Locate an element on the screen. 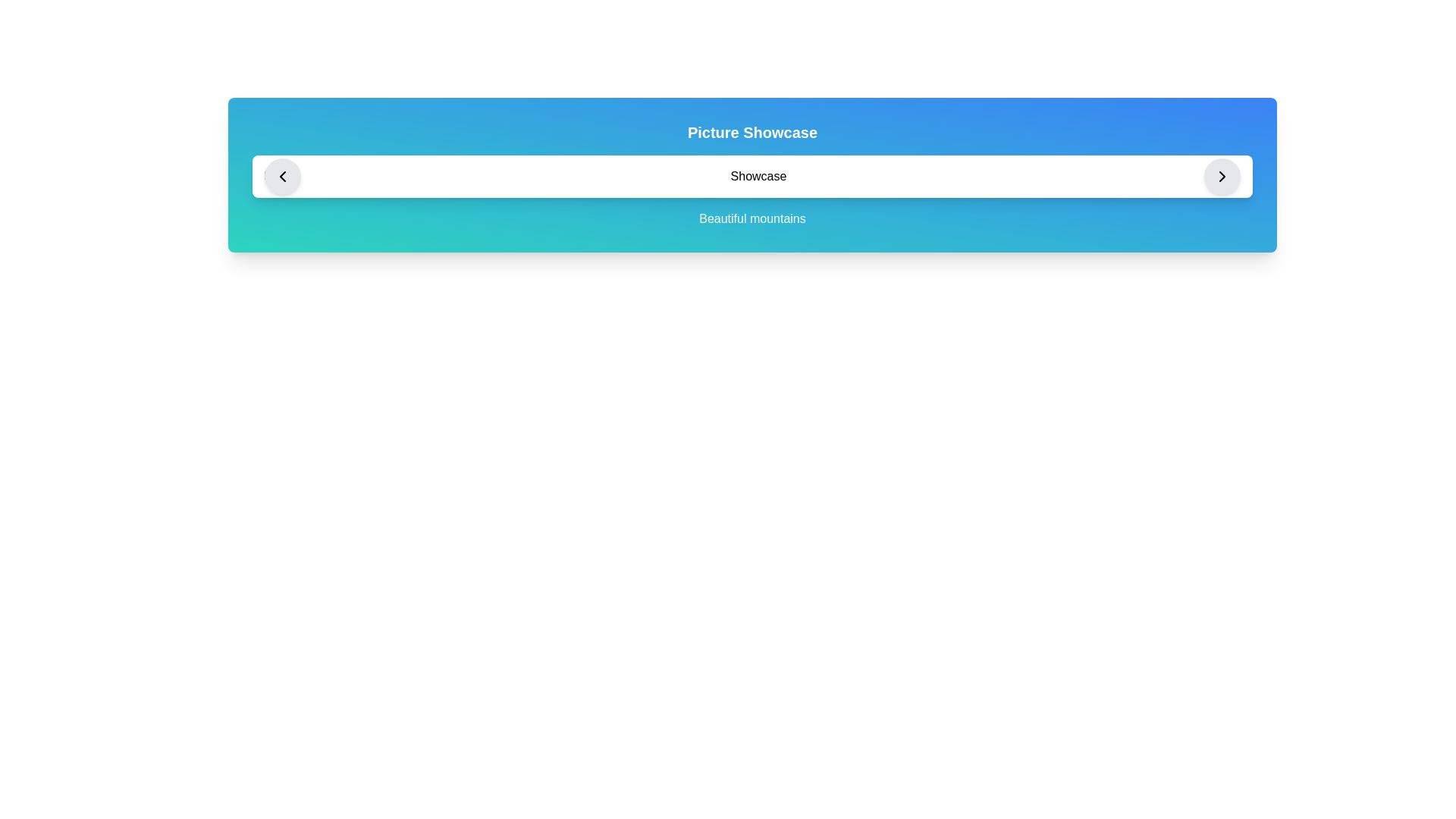 The width and height of the screenshot is (1456, 819). the left-facing arrow icon in the top-centered navigation bar is located at coordinates (283, 175).